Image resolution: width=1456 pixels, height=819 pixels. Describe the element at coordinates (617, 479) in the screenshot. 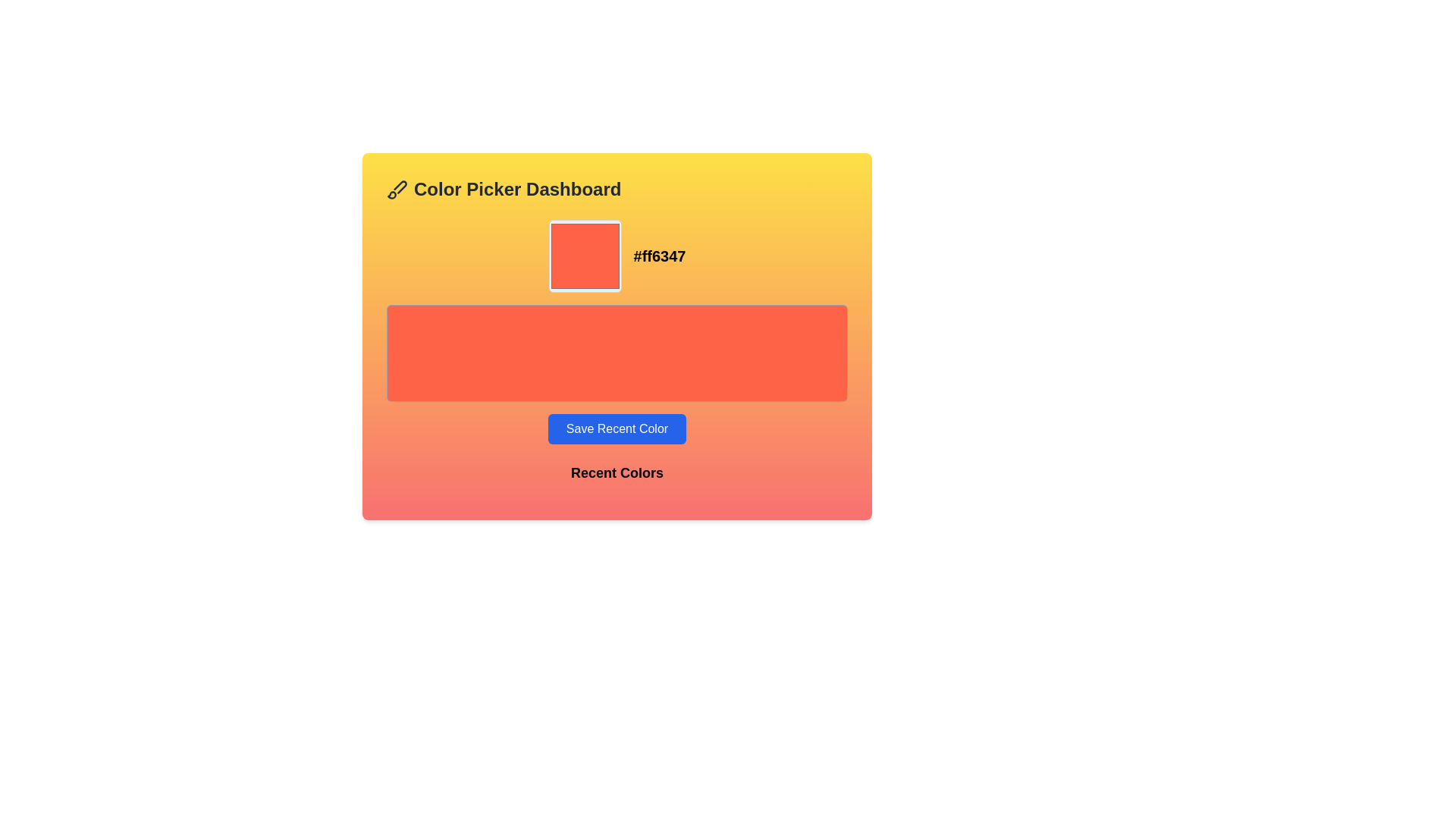

I see `the Text header that serves as a label for the section displaying recently selected or saved colors, positioned below the 'Save Recent Color' button` at that location.